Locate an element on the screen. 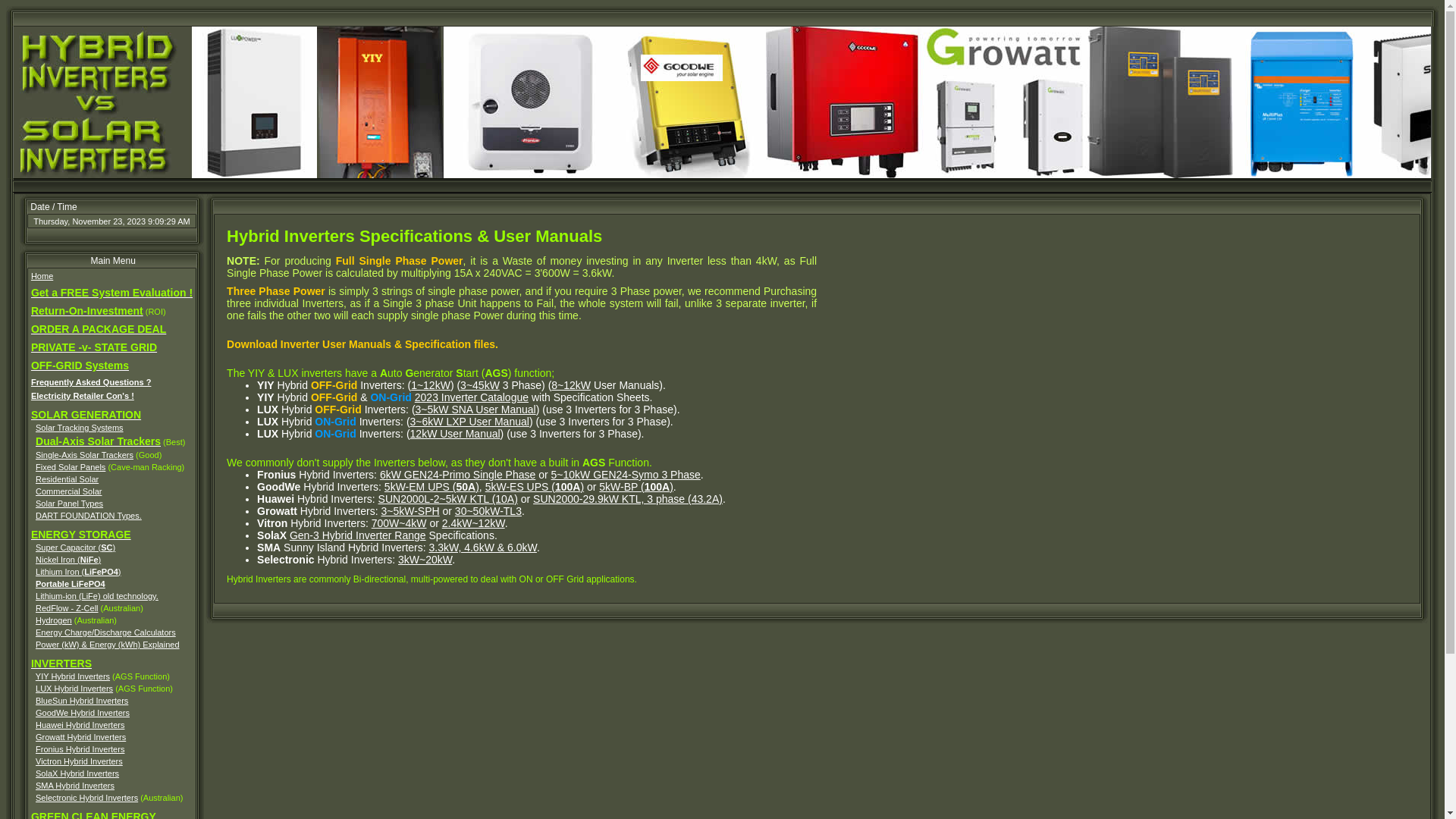  'Return-On-Investment' is located at coordinates (86, 311).